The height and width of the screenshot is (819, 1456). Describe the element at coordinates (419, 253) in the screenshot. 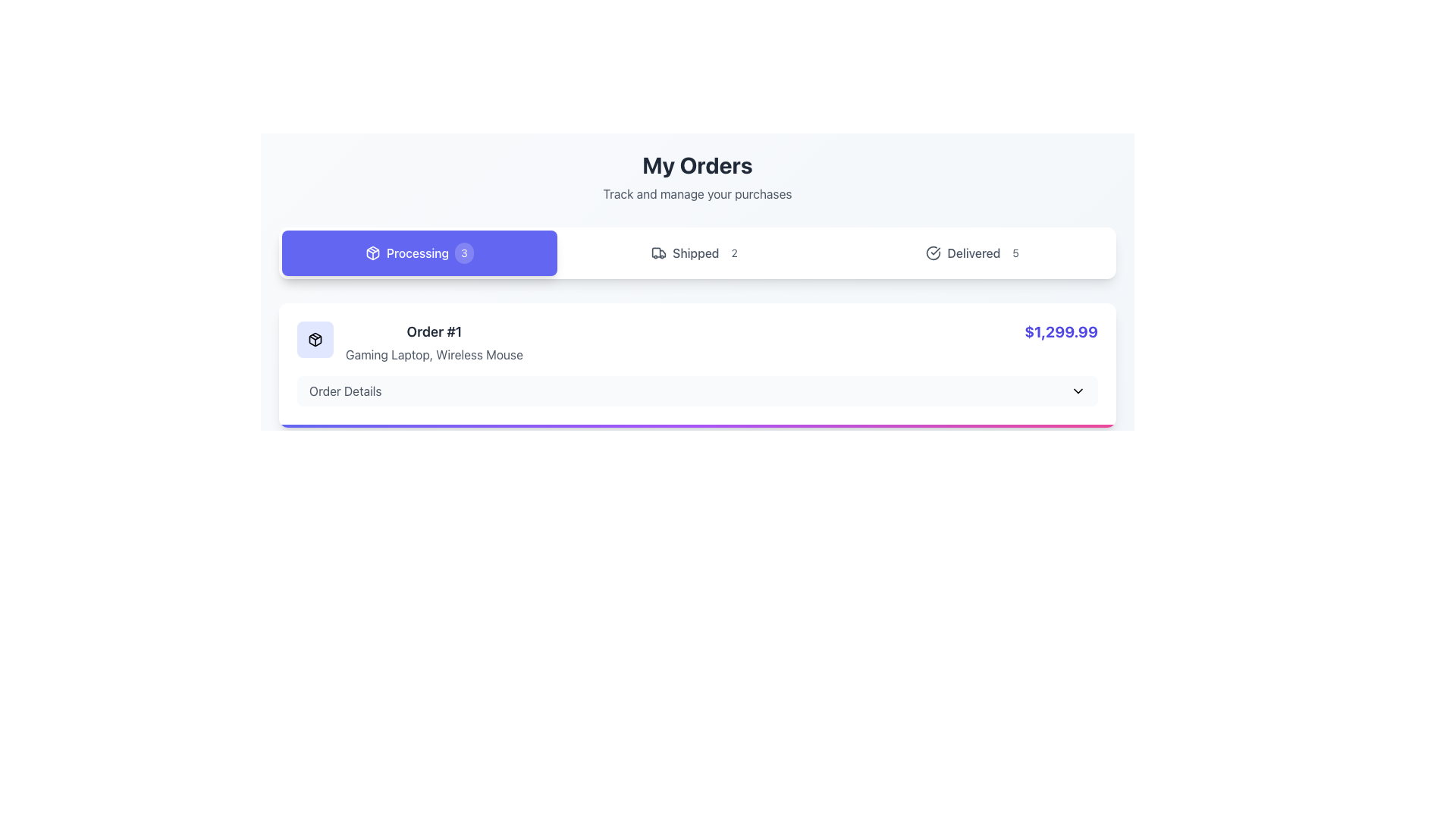

I see `the first button in the horizontally aligned group near the top center of the interface` at that location.